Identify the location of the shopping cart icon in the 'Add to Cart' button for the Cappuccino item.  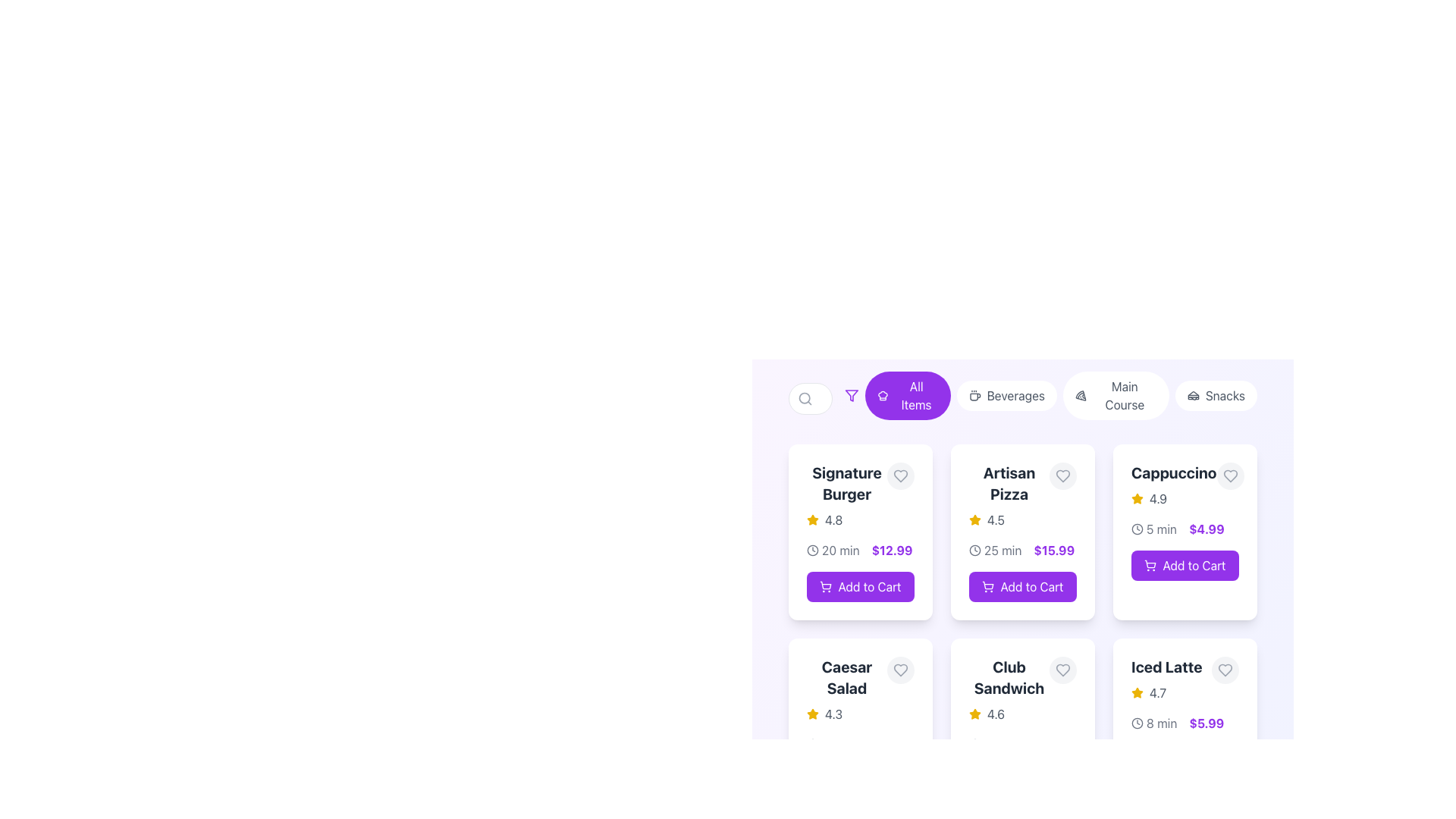
(1150, 564).